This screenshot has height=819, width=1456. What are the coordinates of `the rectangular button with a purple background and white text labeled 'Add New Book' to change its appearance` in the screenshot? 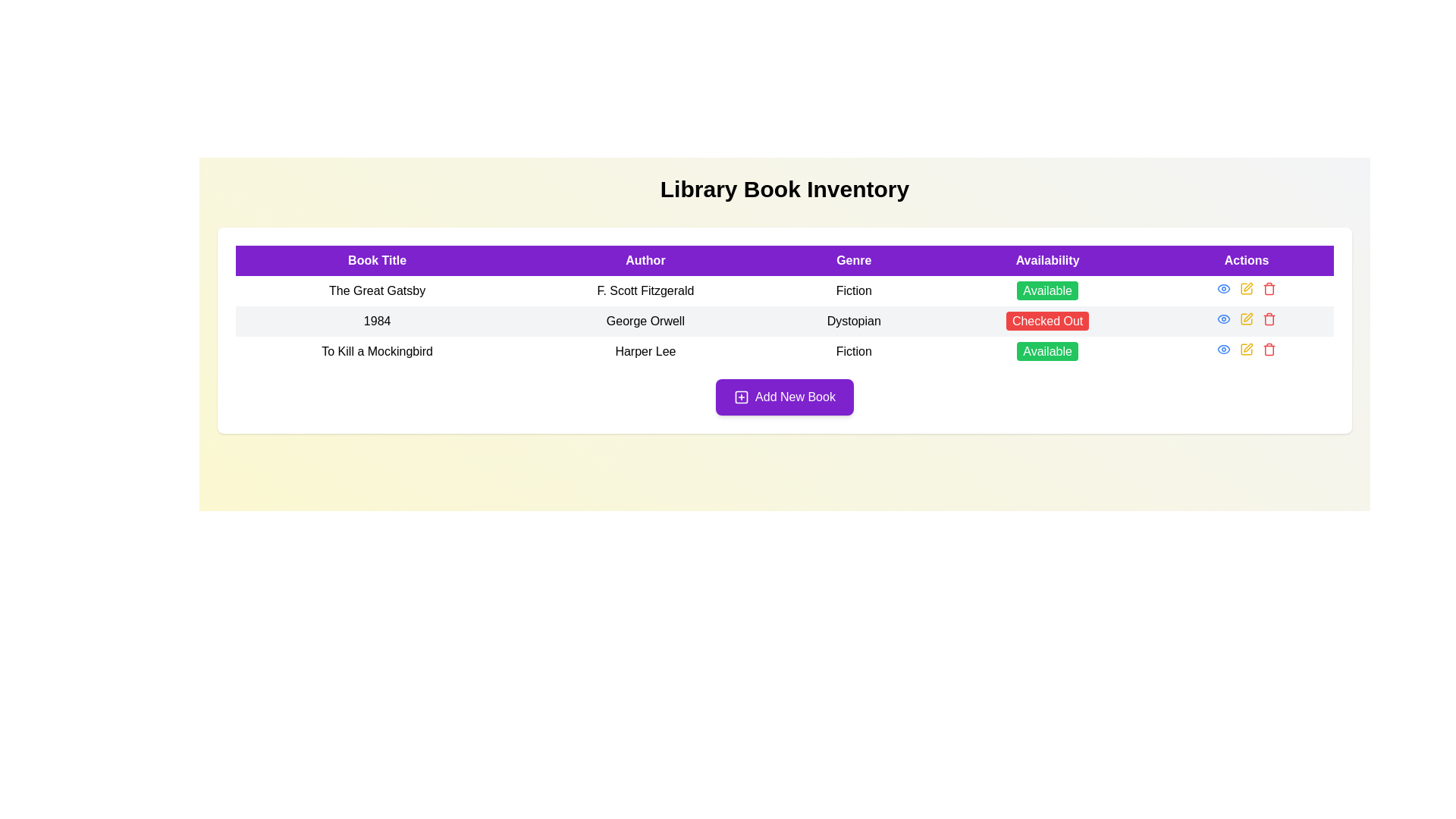 It's located at (785, 397).